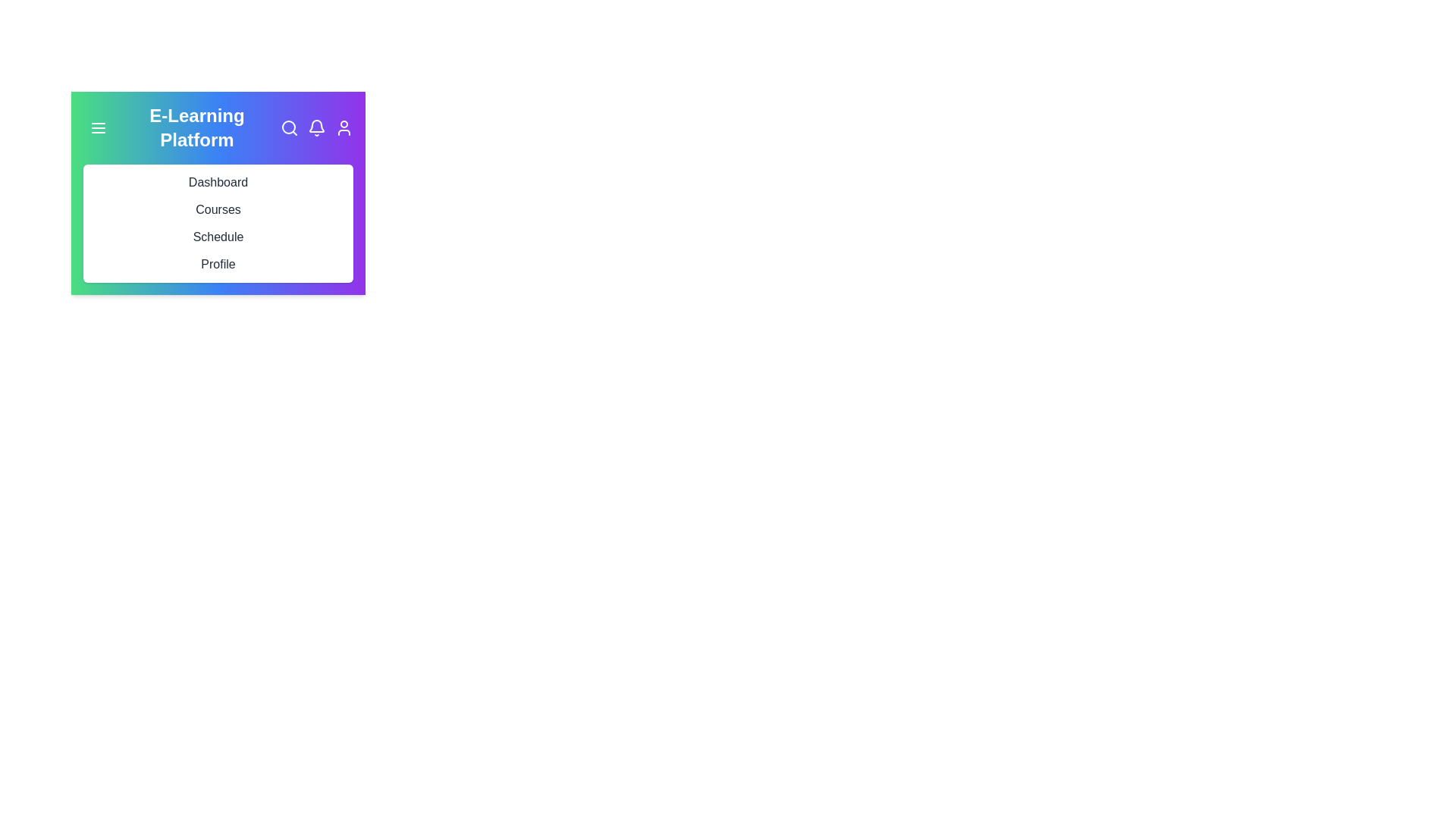 The width and height of the screenshot is (1456, 819). Describe the element at coordinates (290, 127) in the screenshot. I see `the search icon to toggle the search bar` at that location.